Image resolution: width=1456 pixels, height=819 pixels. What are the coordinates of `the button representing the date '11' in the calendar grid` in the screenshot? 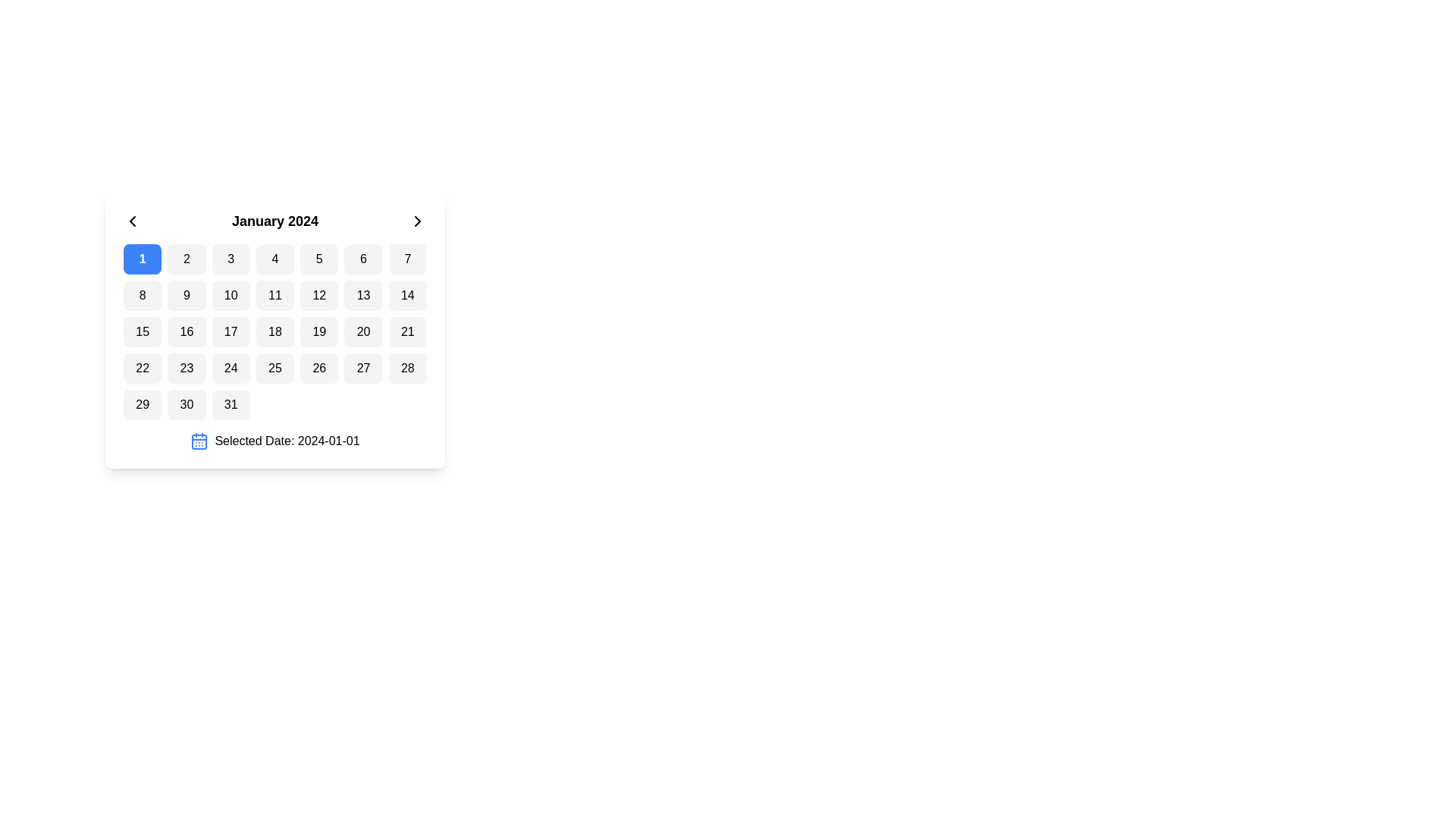 It's located at (275, 295).